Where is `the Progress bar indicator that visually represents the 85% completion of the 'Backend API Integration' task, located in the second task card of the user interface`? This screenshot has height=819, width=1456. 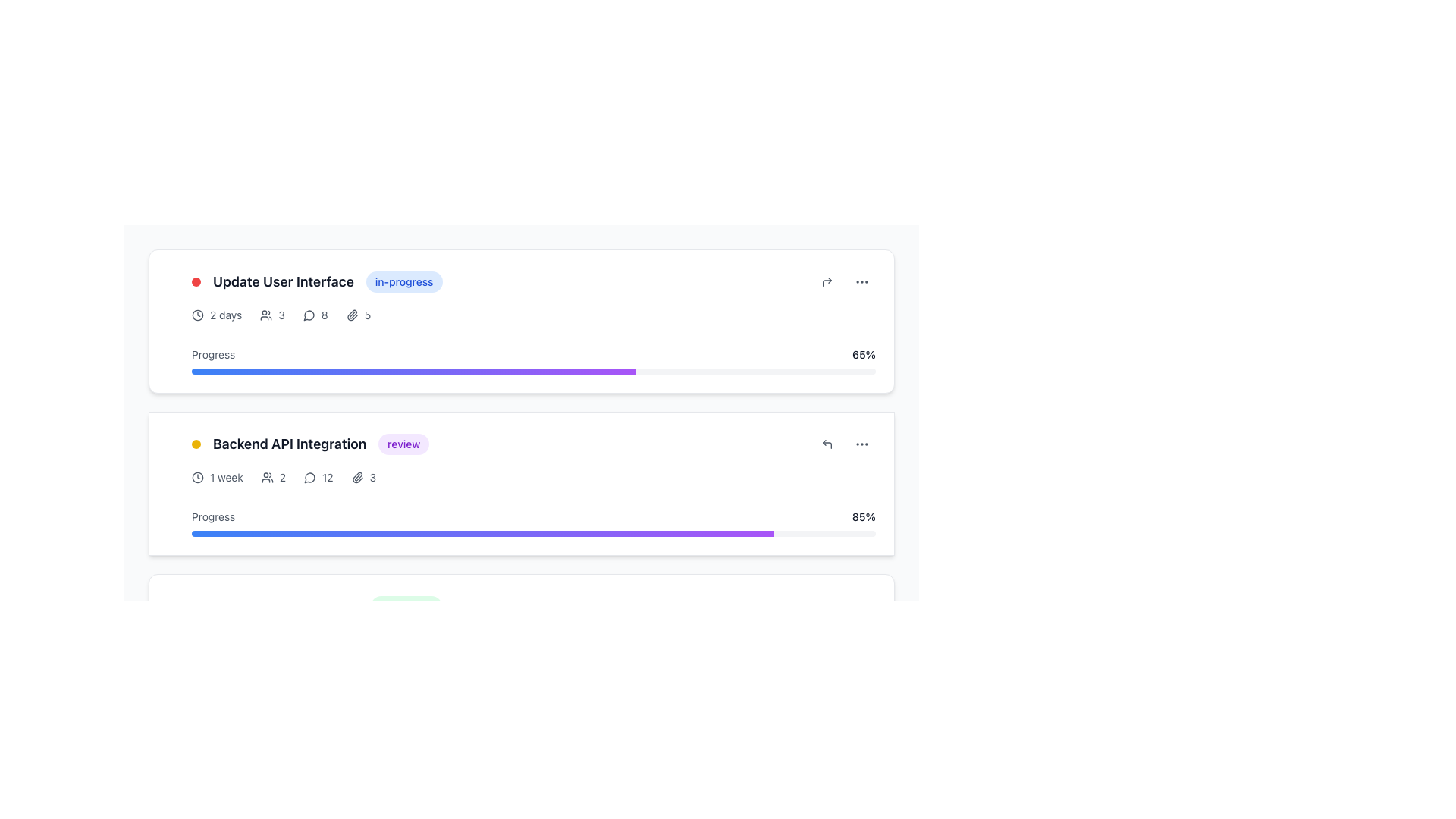 the Progress bar indicator that visually represents the 85% completion of the 'Backend API Integration' task, located in the second task card of the user interface is located at coordinates (482, 533).